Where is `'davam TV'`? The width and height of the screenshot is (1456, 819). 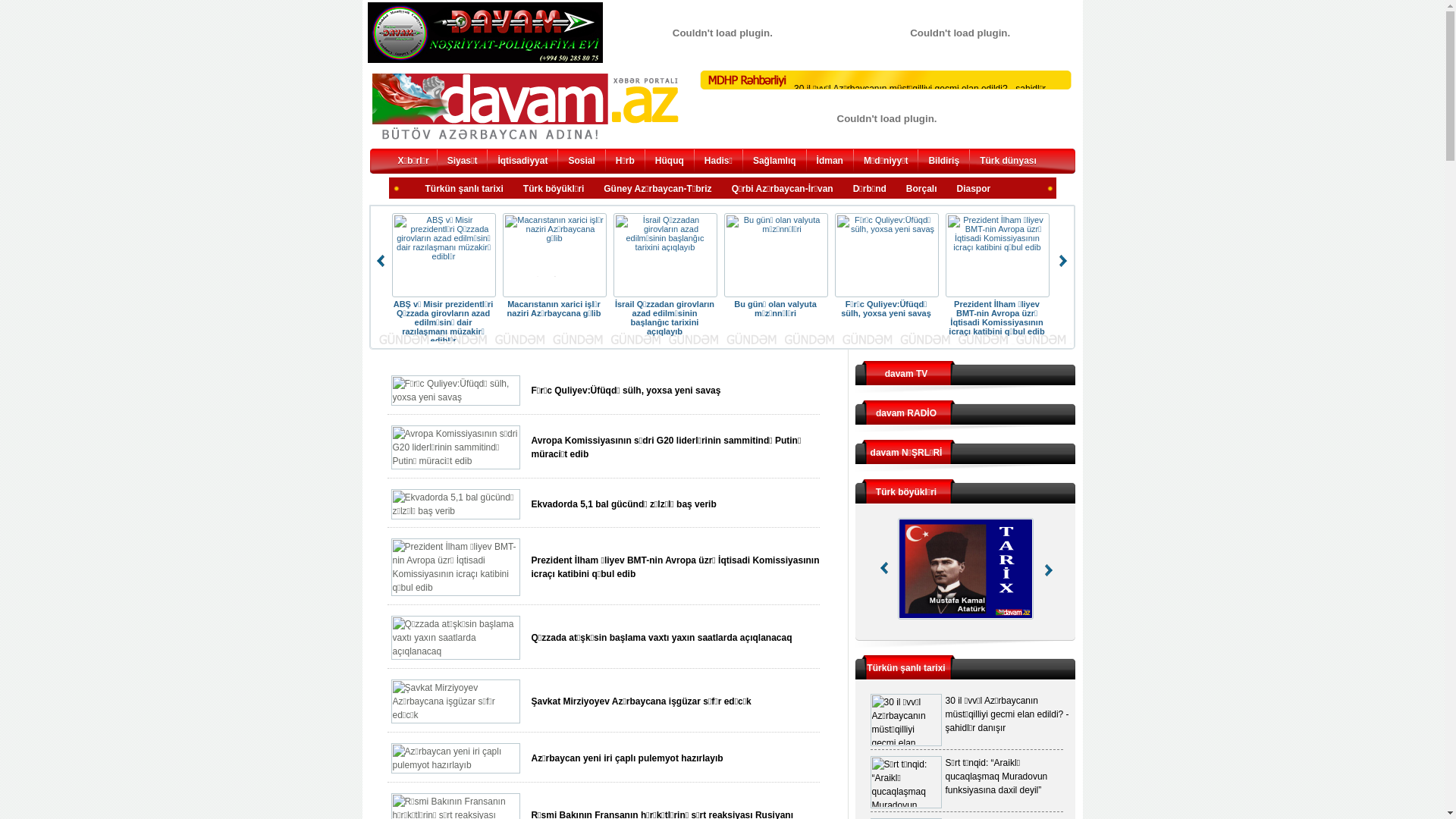 'davam TV' is located at coordinates (906, 374).